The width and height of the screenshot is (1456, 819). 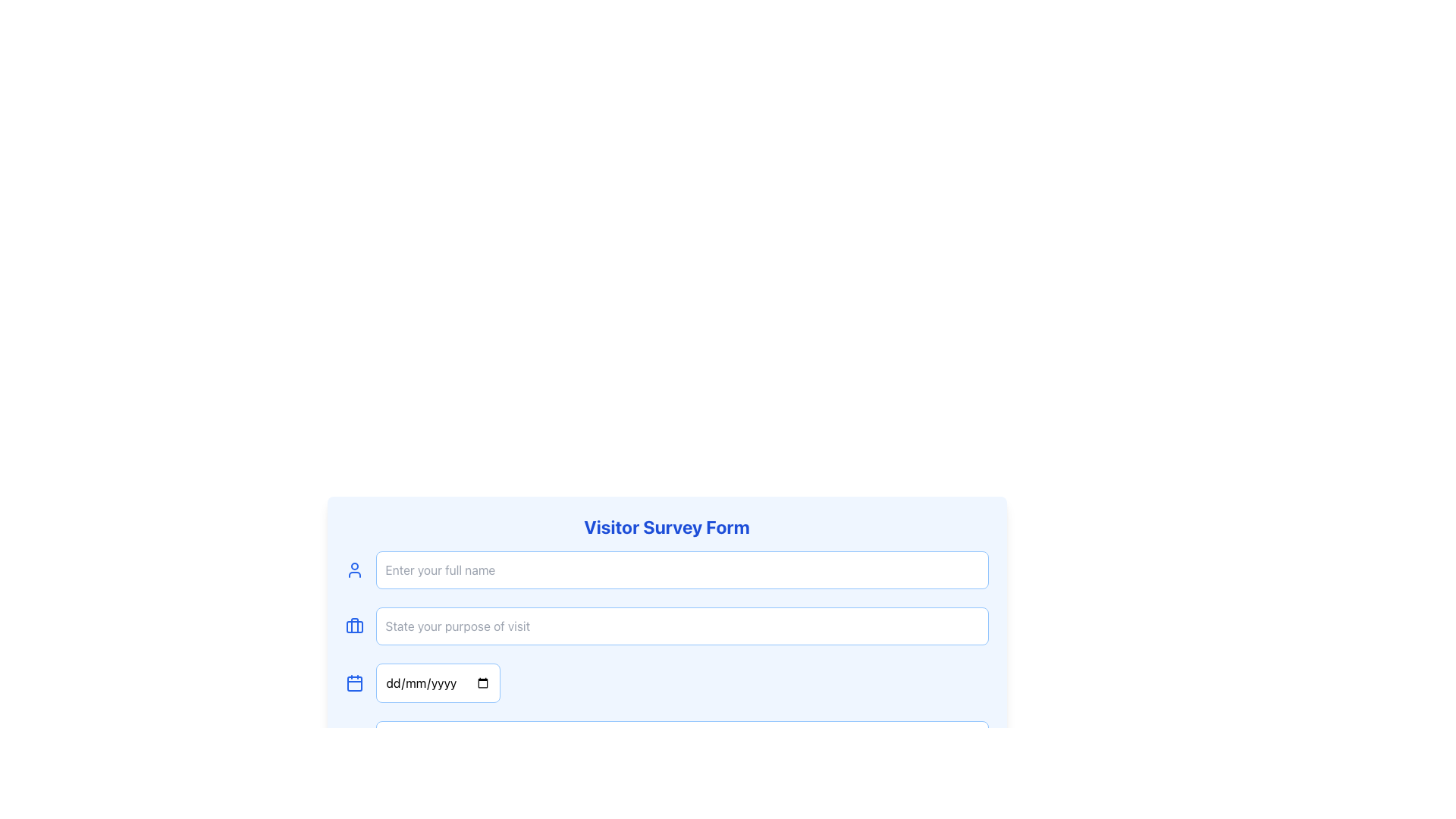 I want to click on the third visible Date input field located beneath the second input field in the lower portion of the form, so click(x=437, y=683).